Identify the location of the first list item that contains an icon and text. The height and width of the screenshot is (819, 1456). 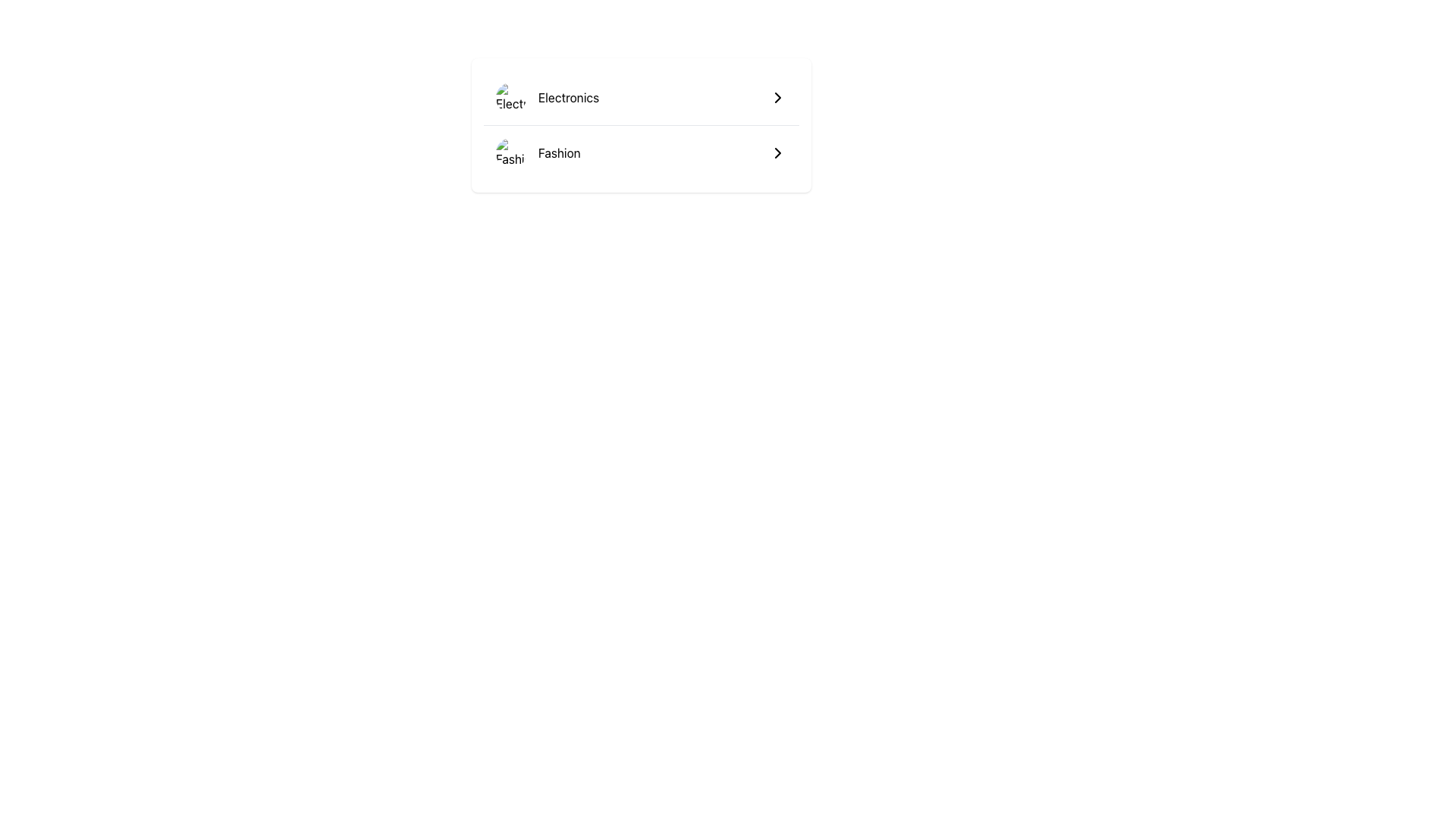
(546, 97).